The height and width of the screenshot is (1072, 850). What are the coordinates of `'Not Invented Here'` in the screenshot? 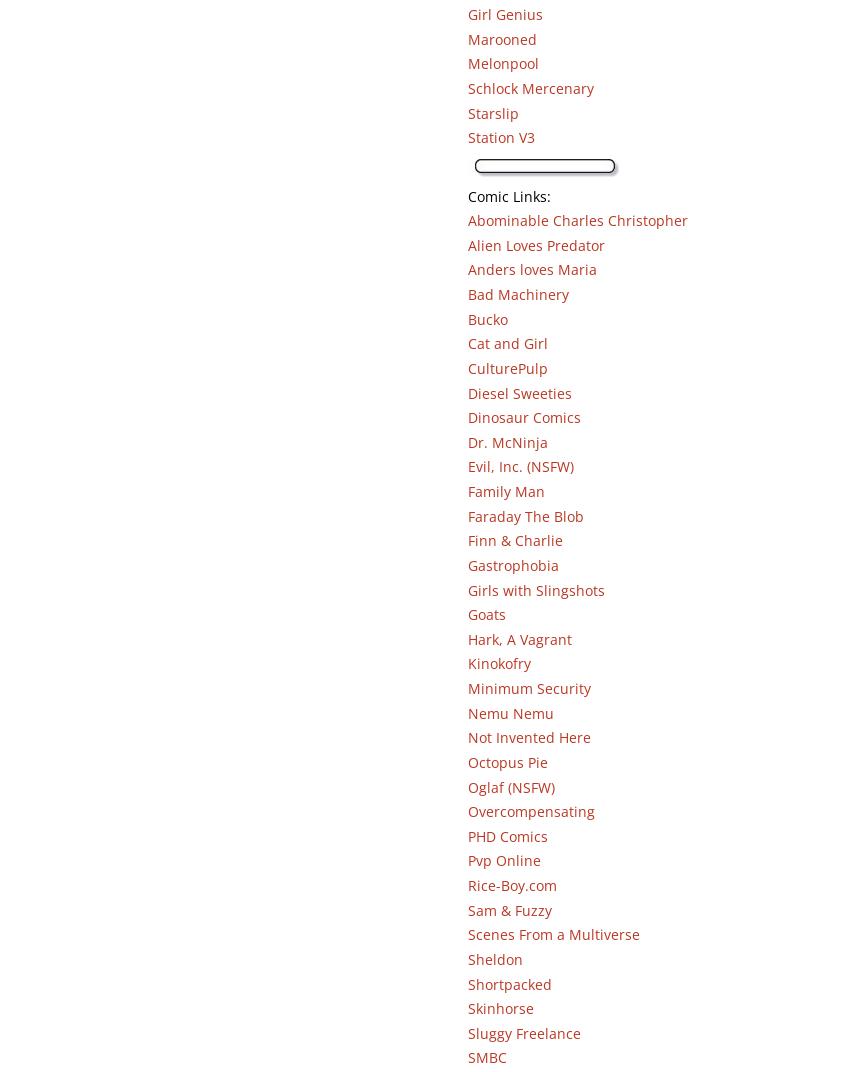 It's located at (527, 736).